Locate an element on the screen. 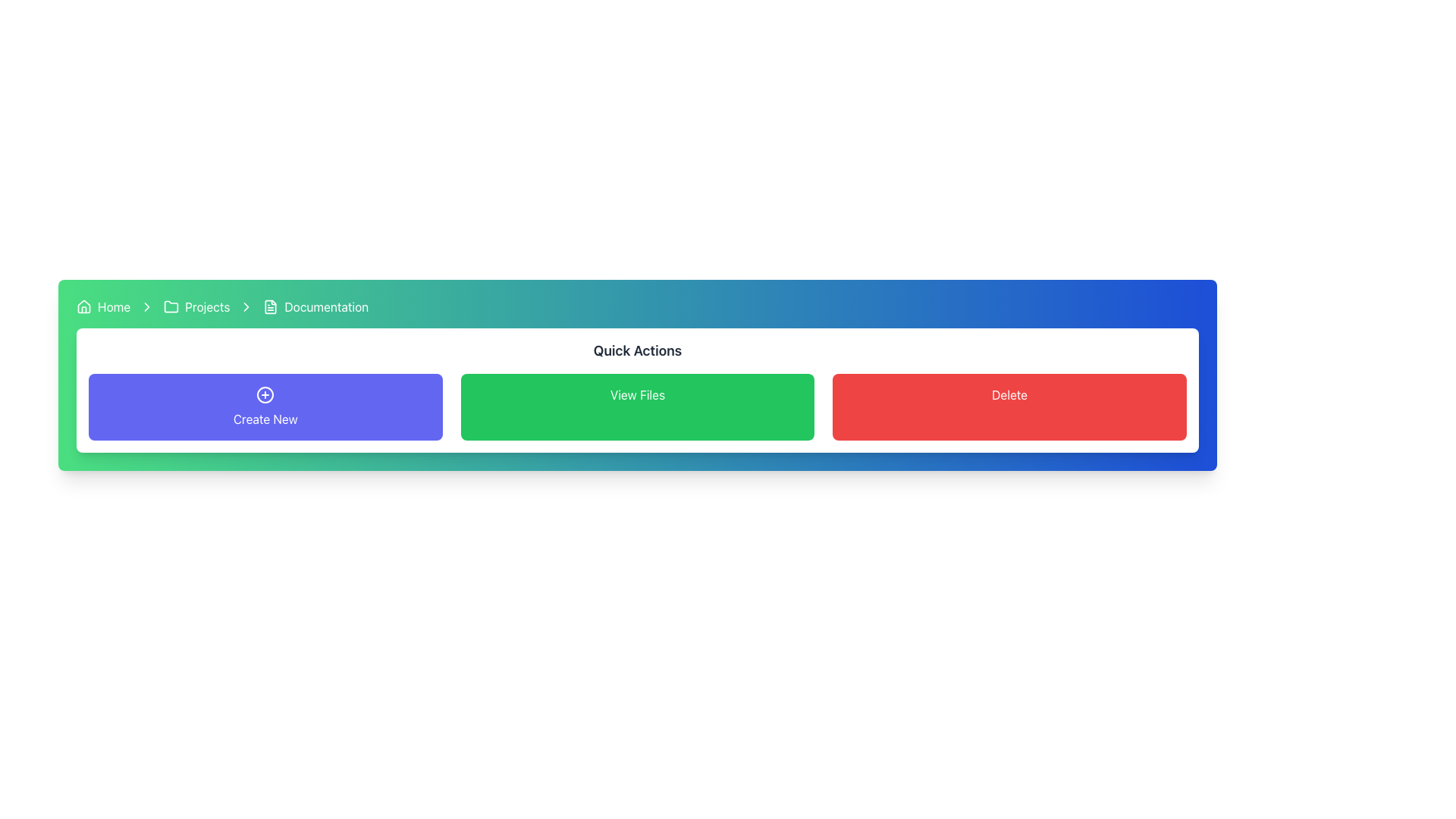 The width and height of the screenshot is (1456, 819). the 'View Files' button, which is a green rectangular button with white text is located at coordinates (637, 406).